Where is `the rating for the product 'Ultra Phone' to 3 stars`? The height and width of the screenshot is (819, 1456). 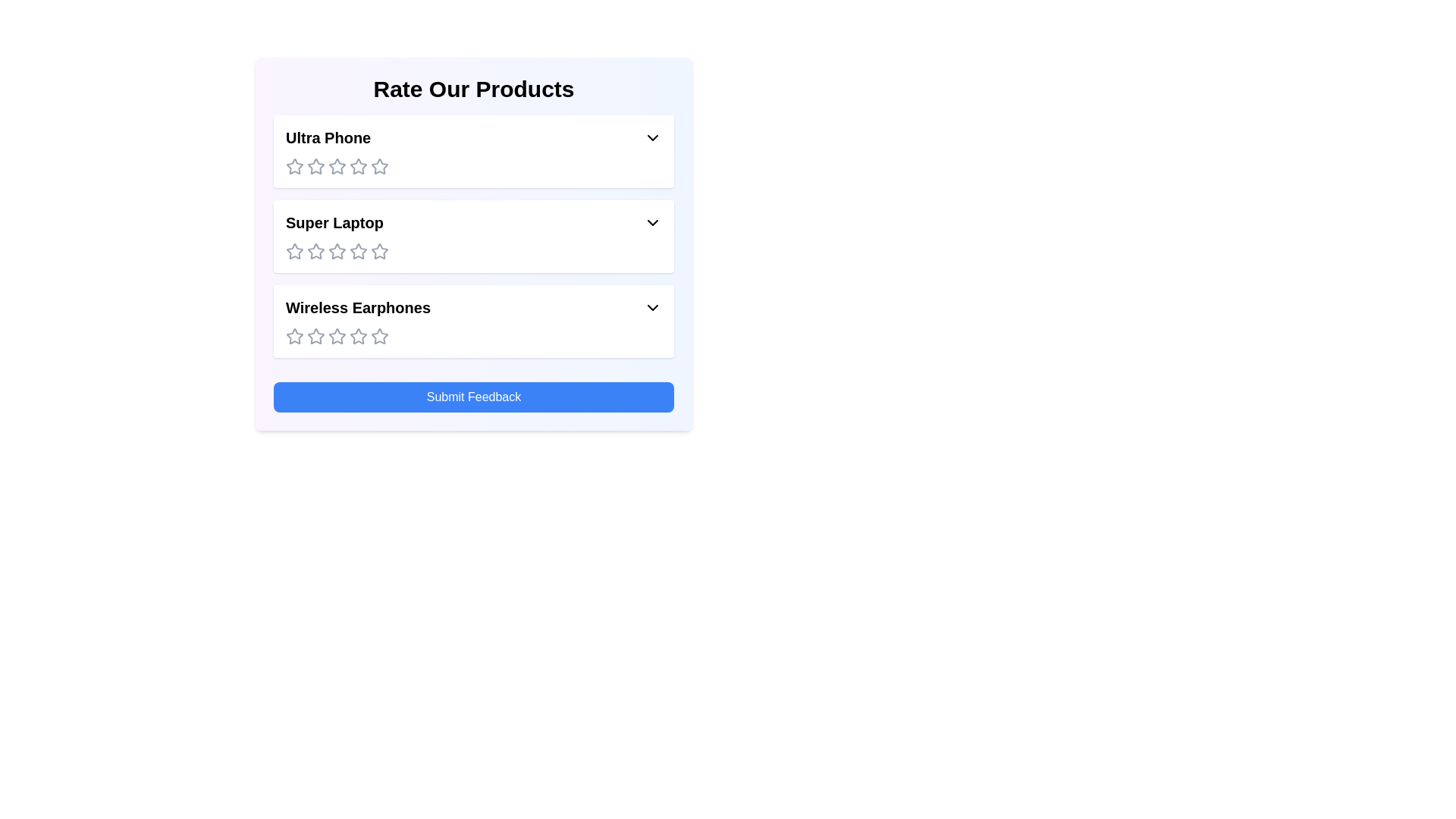 the rating for the product 'Ultra Phone' to 3 stars is located at coordinates (337, 166).